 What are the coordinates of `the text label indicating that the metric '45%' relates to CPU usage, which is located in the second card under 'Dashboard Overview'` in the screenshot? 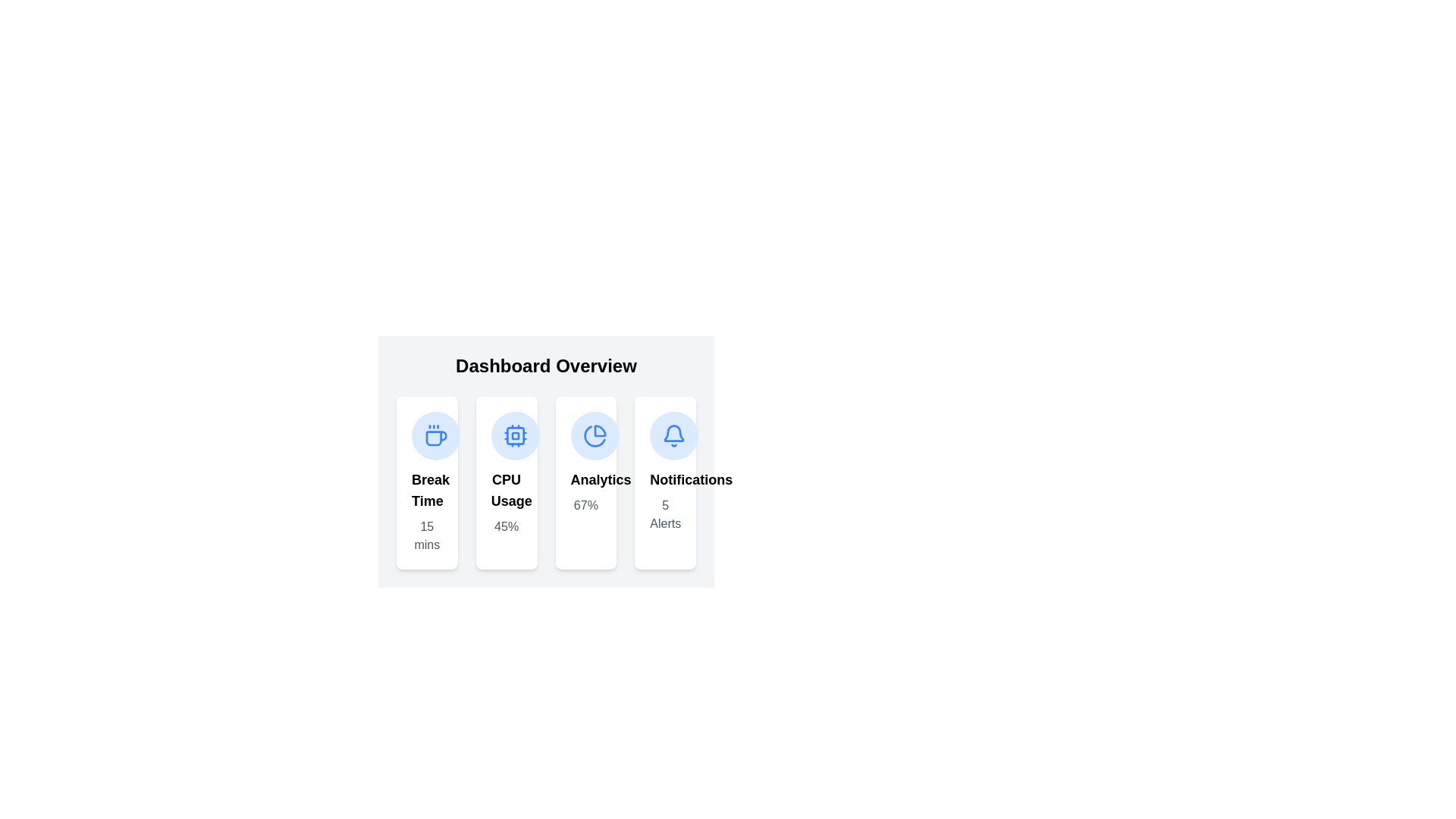 It's located at (507, 491).